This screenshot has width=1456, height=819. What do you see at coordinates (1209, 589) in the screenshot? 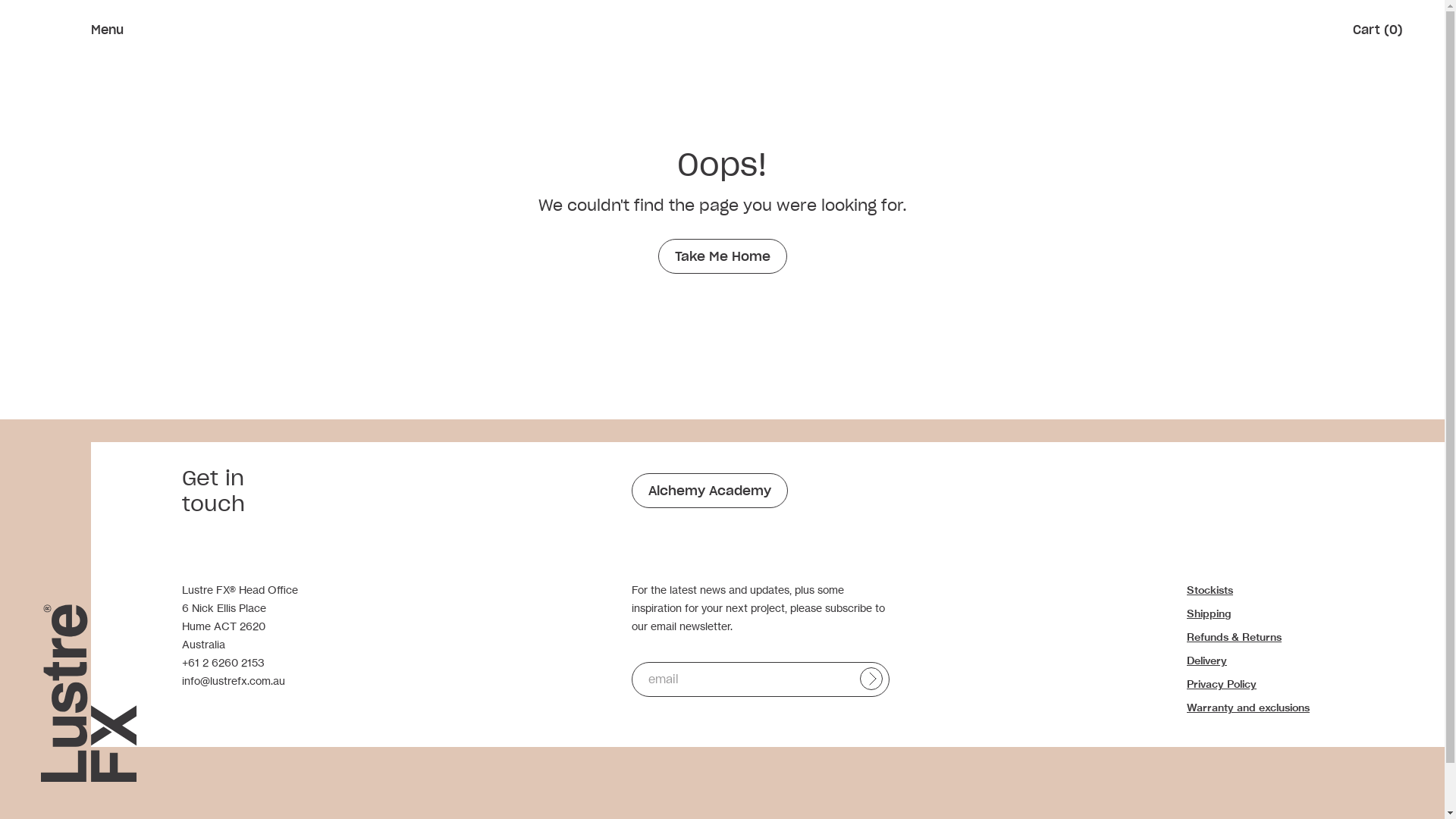
I see `'Stockists'` at bounding box center [1209, 589].